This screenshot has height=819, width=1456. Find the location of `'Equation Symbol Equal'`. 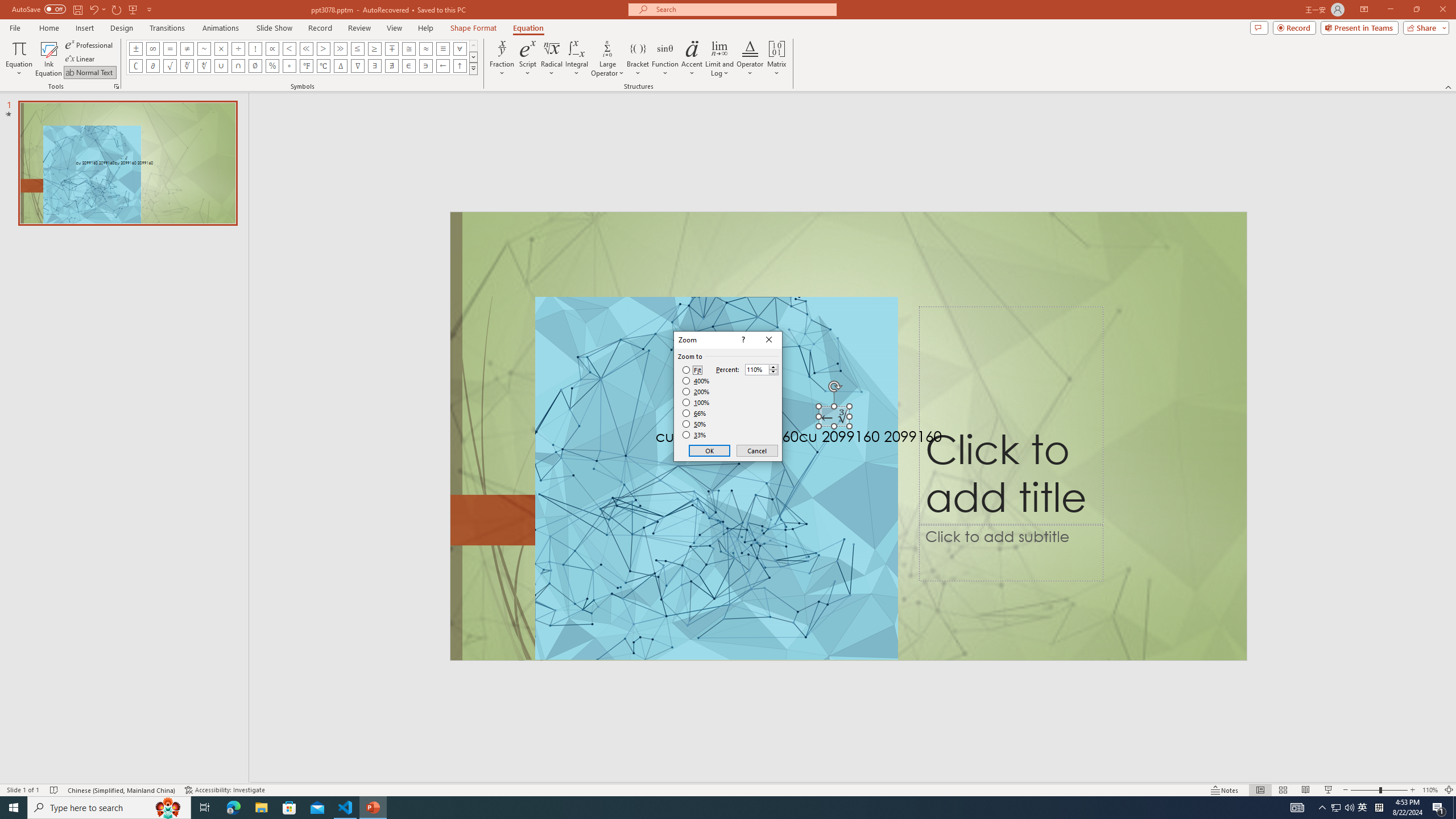

'Equation Symbol Equal' is located at coordinates (169, 48).